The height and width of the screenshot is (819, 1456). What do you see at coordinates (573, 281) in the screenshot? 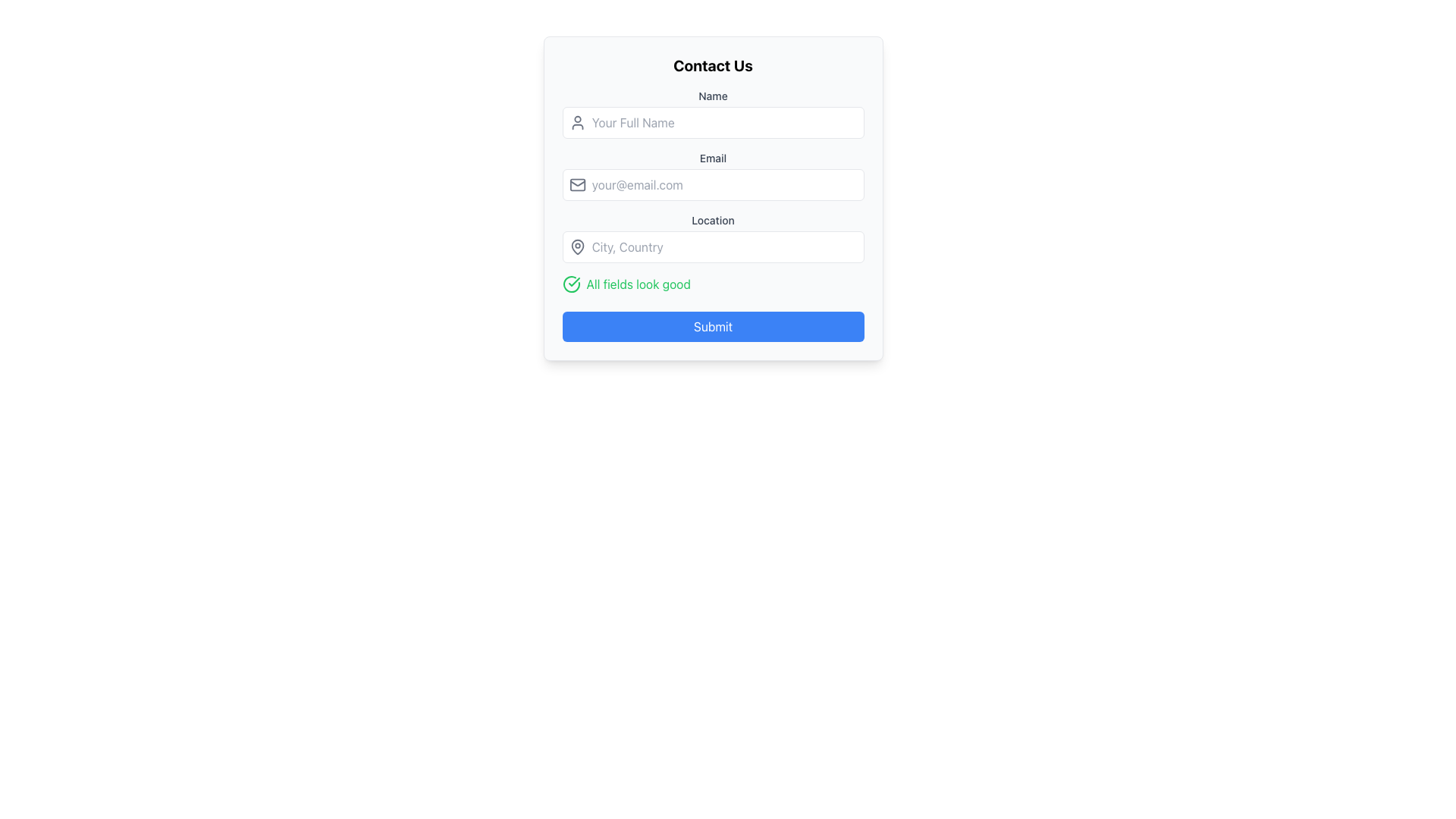
I see `green checkmark icon within the circle icon, which indicates success or completion, located above the 'Submit' button` at bounding box center [573, 281].